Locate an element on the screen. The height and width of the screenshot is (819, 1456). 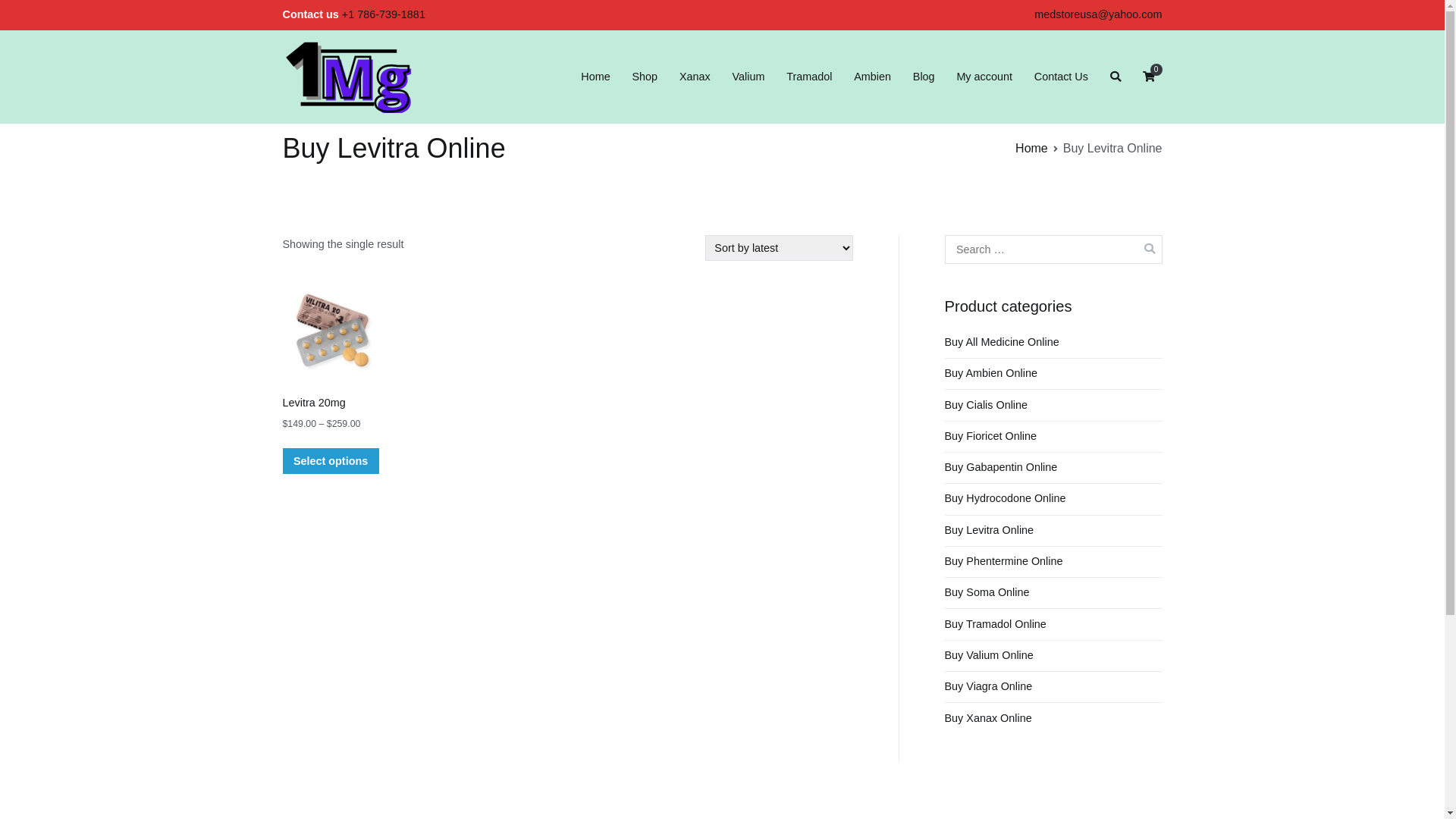
'Buy Xanax Online' is located at coordinates (988, 717).